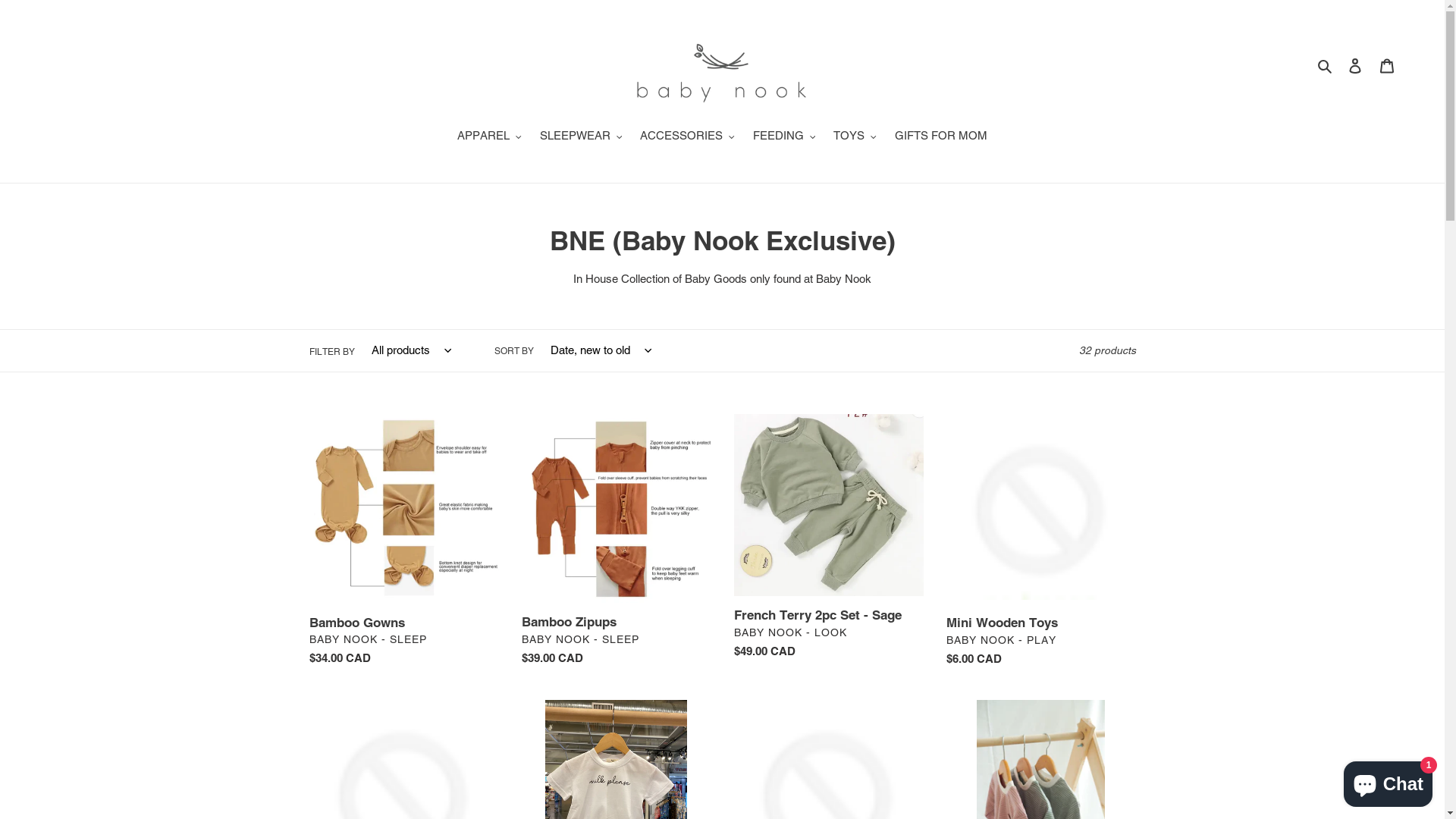 The height and width of the screenshot is (819, 1456). Describe the element at coordinates (1325, 64) in the screenshot. I see `'Search'` at that location.